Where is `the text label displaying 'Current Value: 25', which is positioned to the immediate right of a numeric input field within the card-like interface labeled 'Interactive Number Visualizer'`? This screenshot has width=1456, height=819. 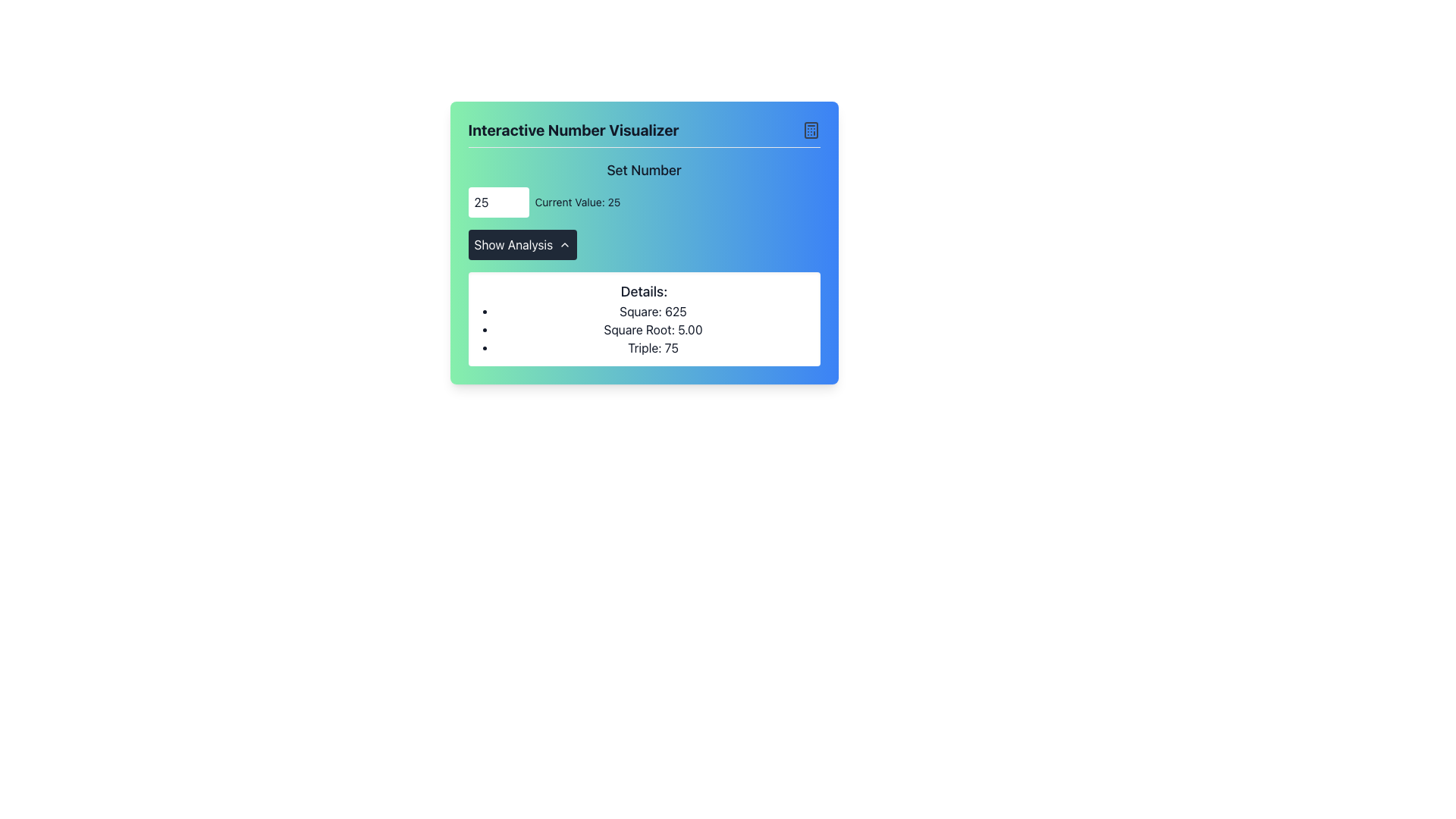
the text label displaying 'Current Value: 25', which is positioned to the immediate right of a numeric input field within the card-like interface labeled 'Interactive Number Visualizer' is located at coordinates (576, 201).